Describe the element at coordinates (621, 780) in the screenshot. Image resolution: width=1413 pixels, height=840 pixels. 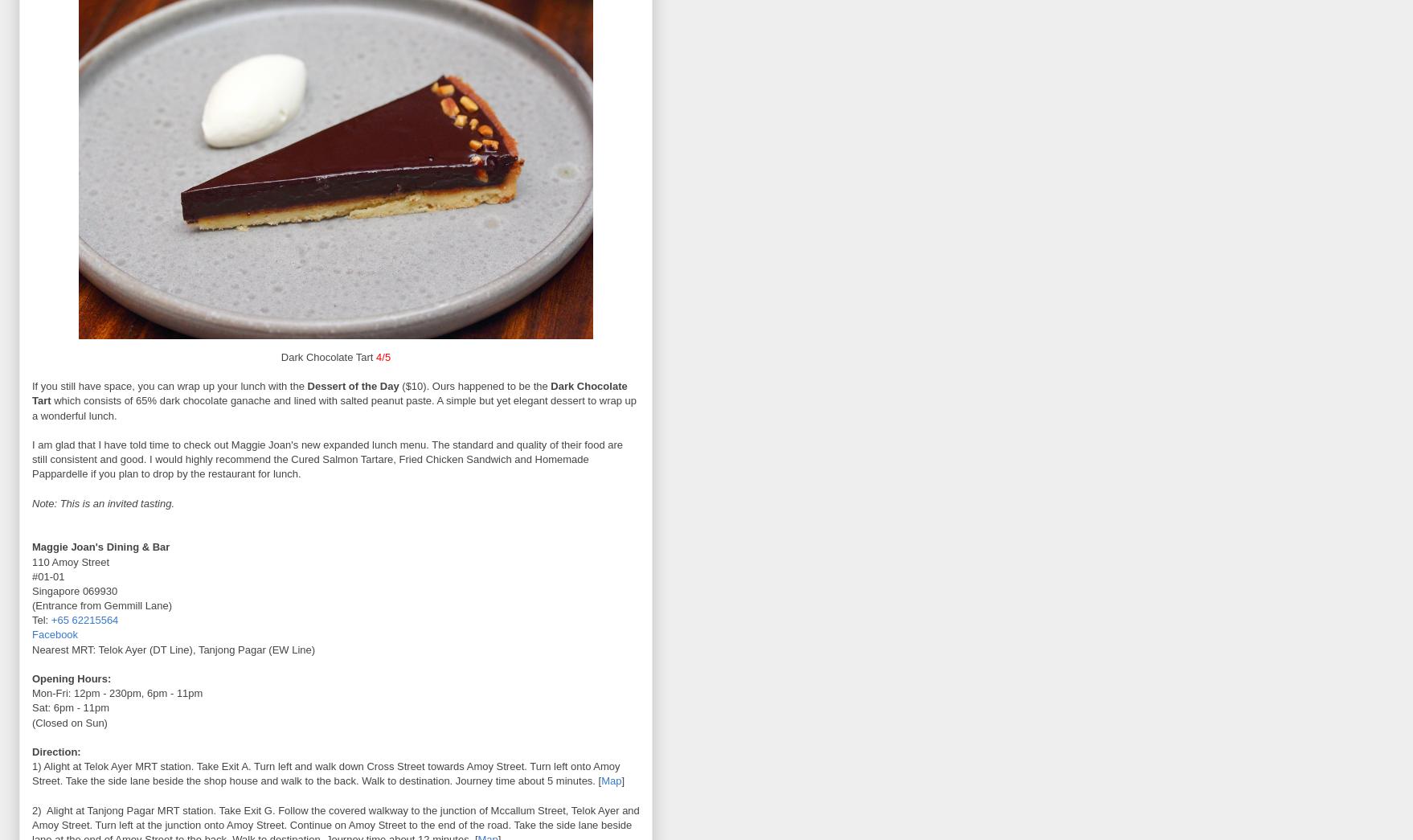
I see `']'` at that location.